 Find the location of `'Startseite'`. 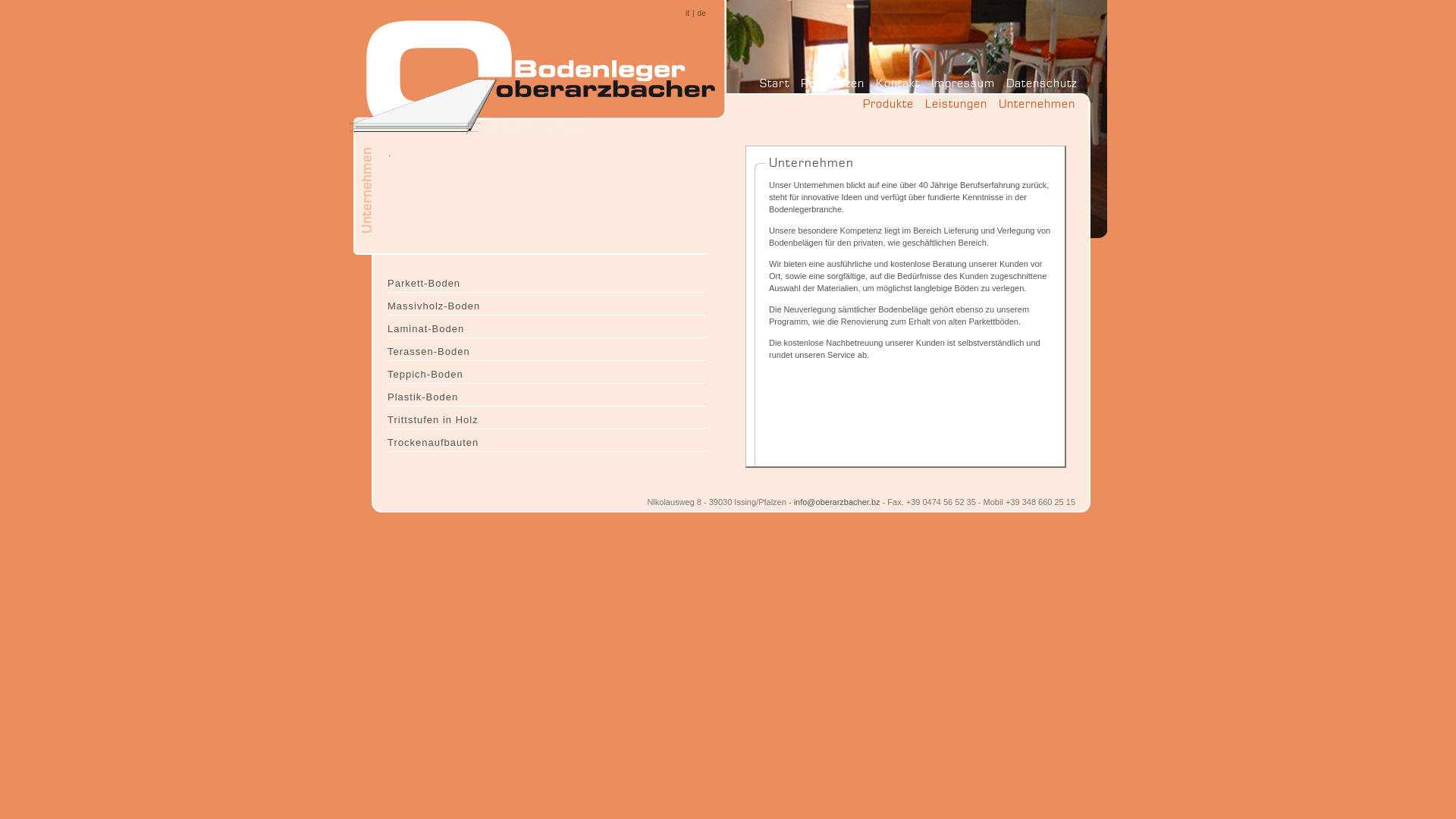

'Startseite' is located at coordinates (538, 70).